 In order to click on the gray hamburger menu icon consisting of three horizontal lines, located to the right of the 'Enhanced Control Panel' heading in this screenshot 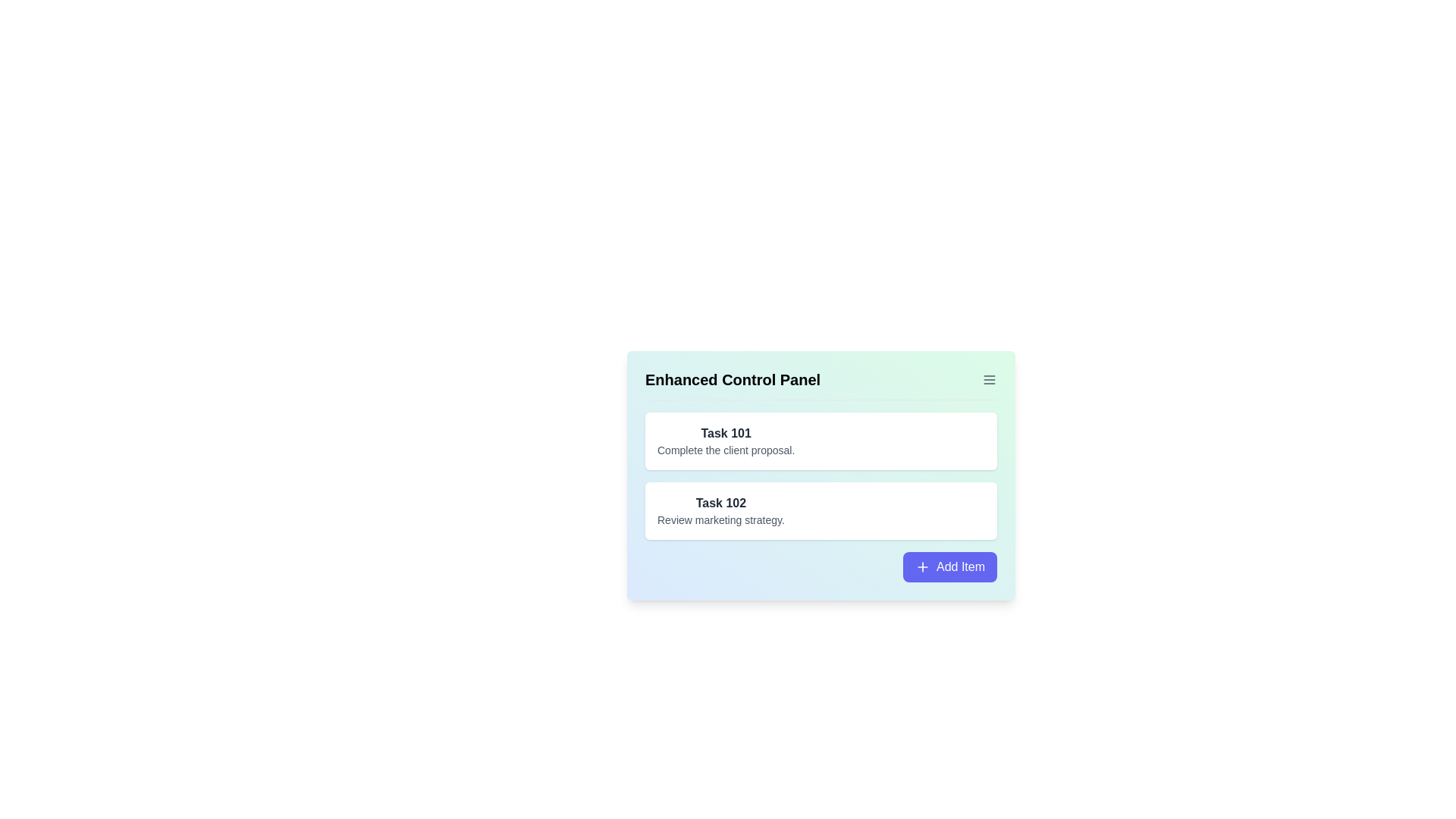, I will do `click(990, 379)`.